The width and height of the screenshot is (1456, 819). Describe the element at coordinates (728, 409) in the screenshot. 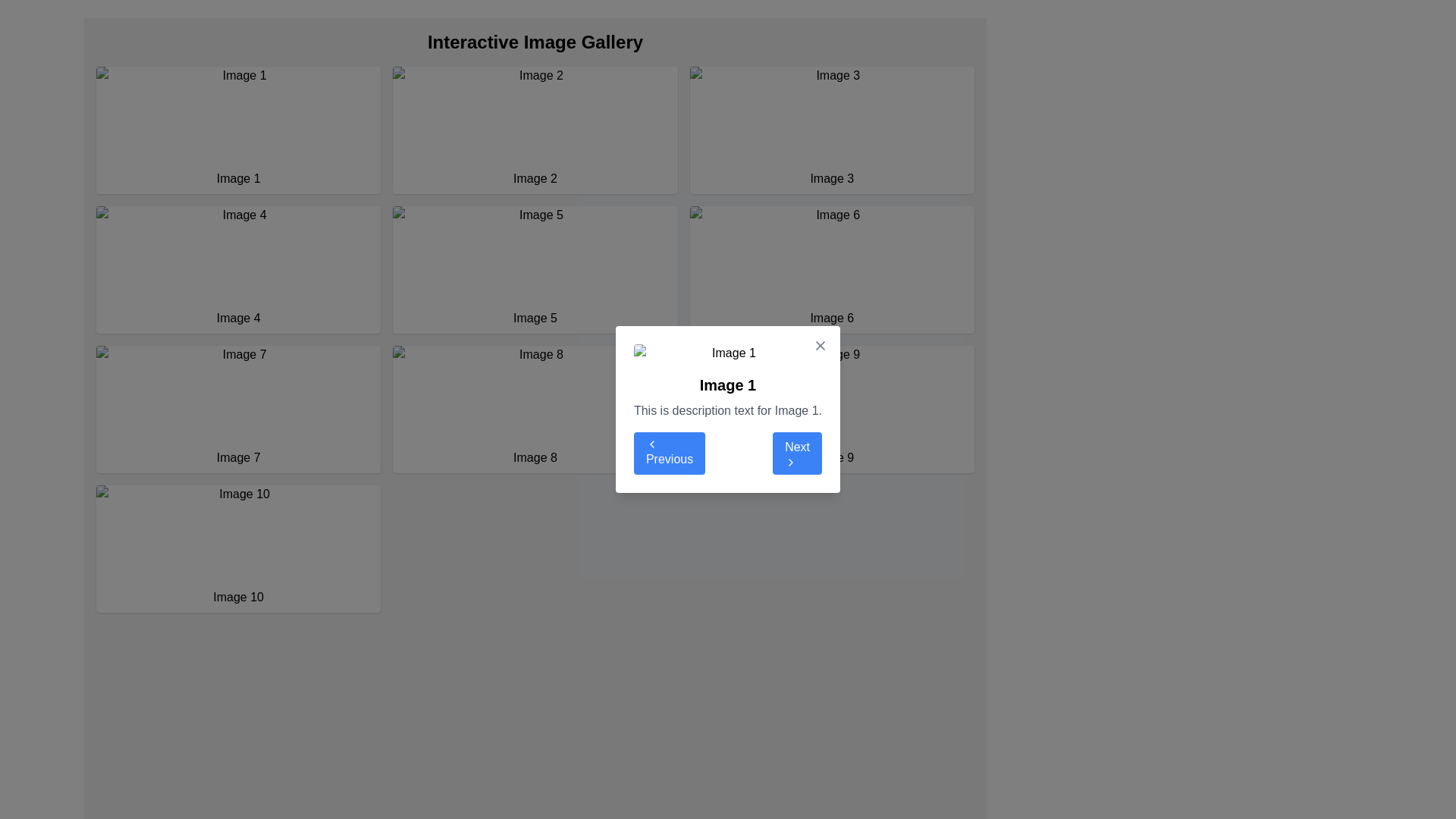

I see `description displayed in the interactive dialog box that provides additional details about 'Image 1'` at that location.